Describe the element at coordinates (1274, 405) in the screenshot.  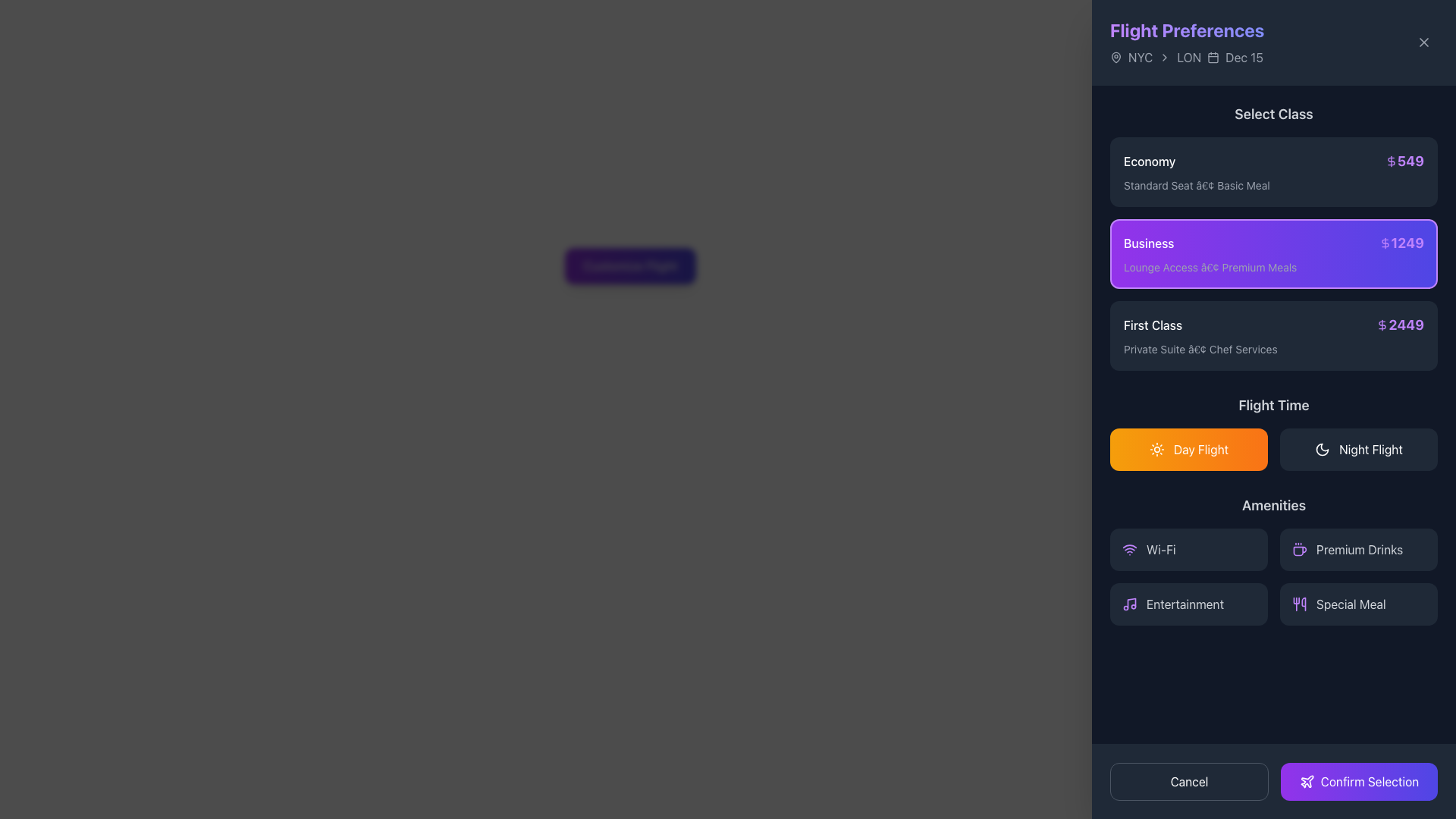
I see `the text label displaying 'Flight Time', which is a bold grey font located near the middle of the right sidebar, serving as a section header above the options 'Day Flight' and 'Night Flight'` at that location.